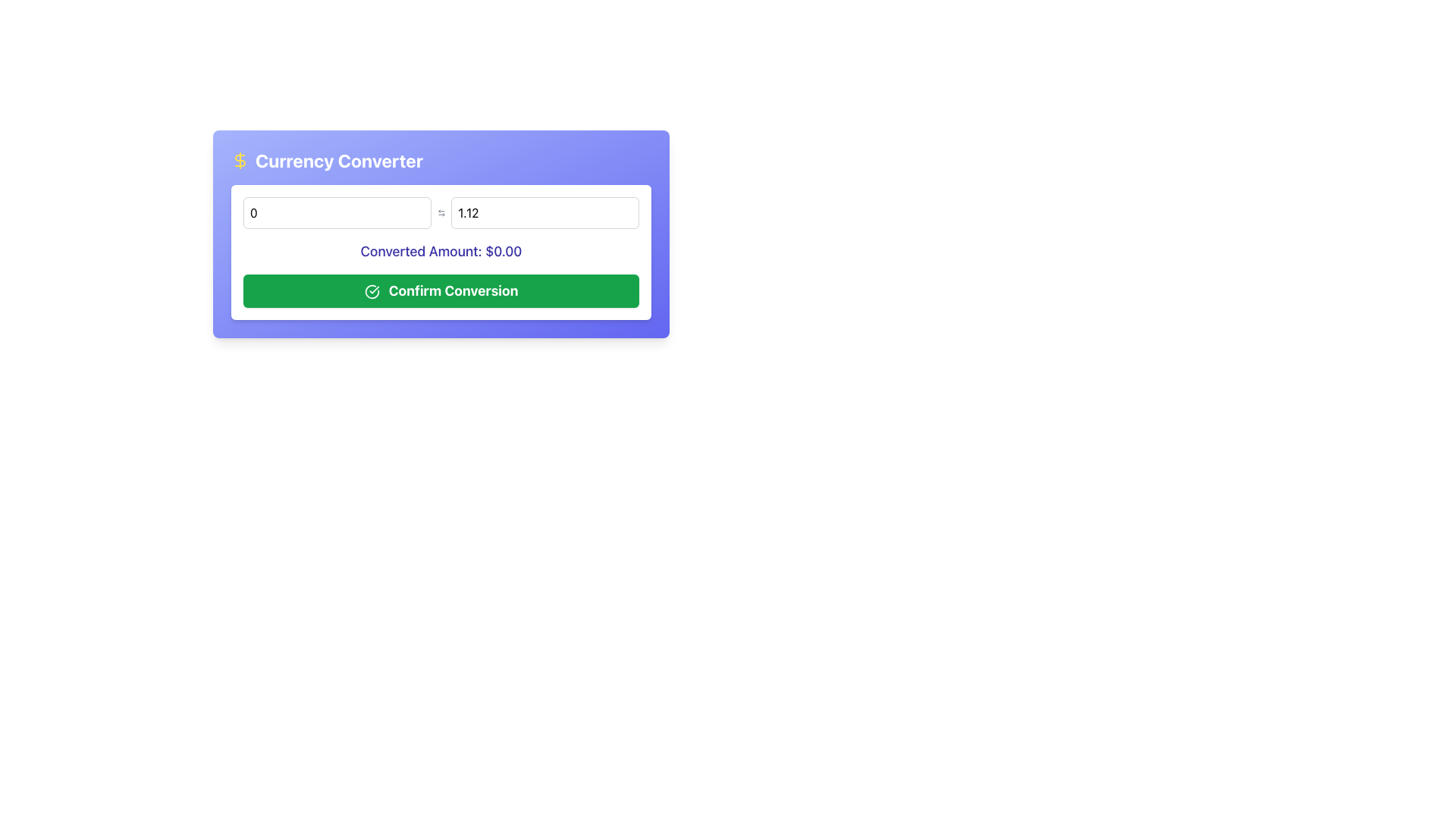  Describe the element at coordinates (545, 213) in the screenshot. I see `the Number Input Field` at that location.